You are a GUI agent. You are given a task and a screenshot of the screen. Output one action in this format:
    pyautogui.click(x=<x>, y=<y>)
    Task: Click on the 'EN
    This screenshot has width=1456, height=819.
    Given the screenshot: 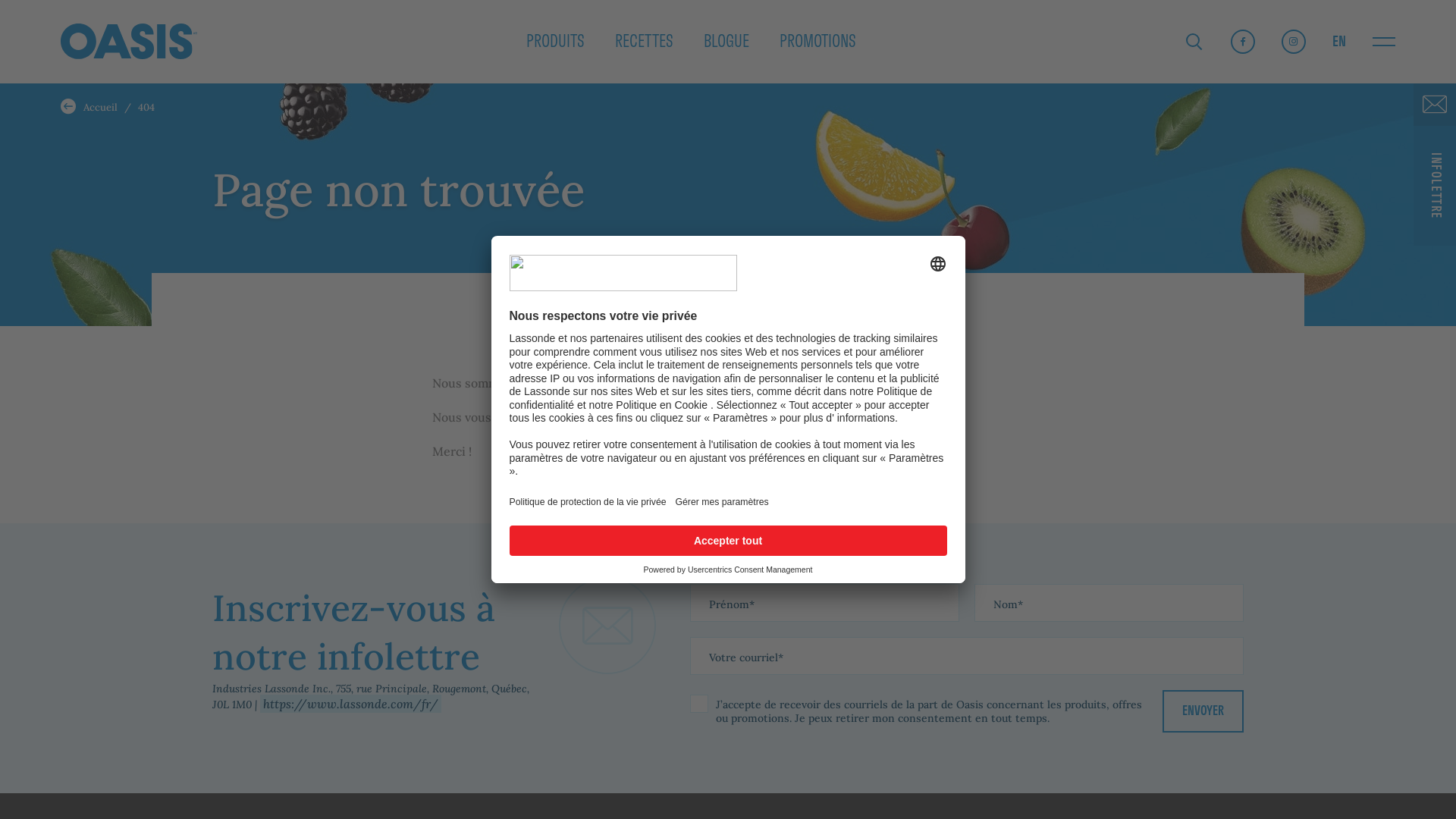 What is the action you would take?
    pyautogui.click(x=1331, y=40)
    